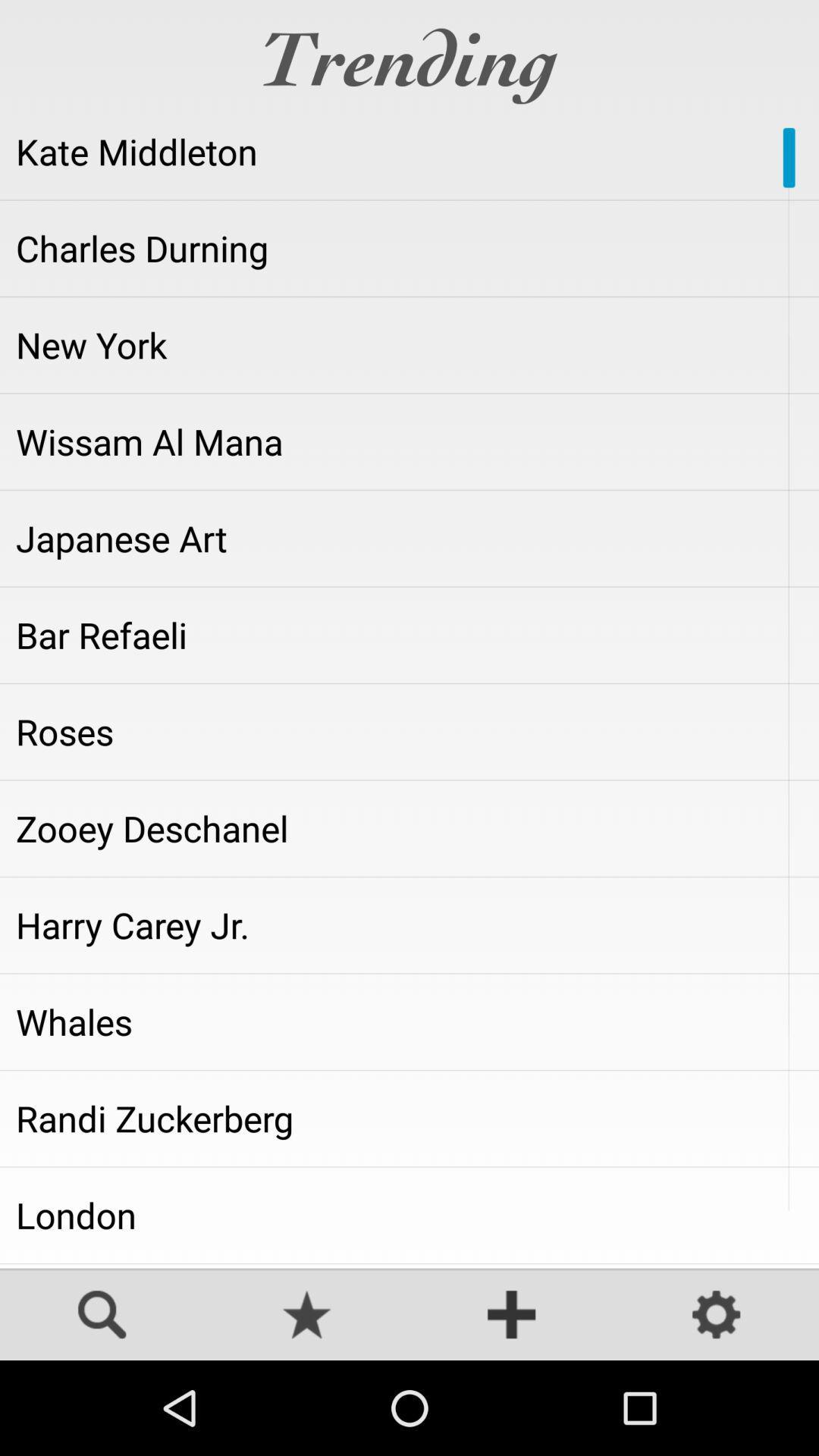  What do you see at coordinates (717, 1316) in the screenshot?
I see `settings` at bounding box center [717, 1316].